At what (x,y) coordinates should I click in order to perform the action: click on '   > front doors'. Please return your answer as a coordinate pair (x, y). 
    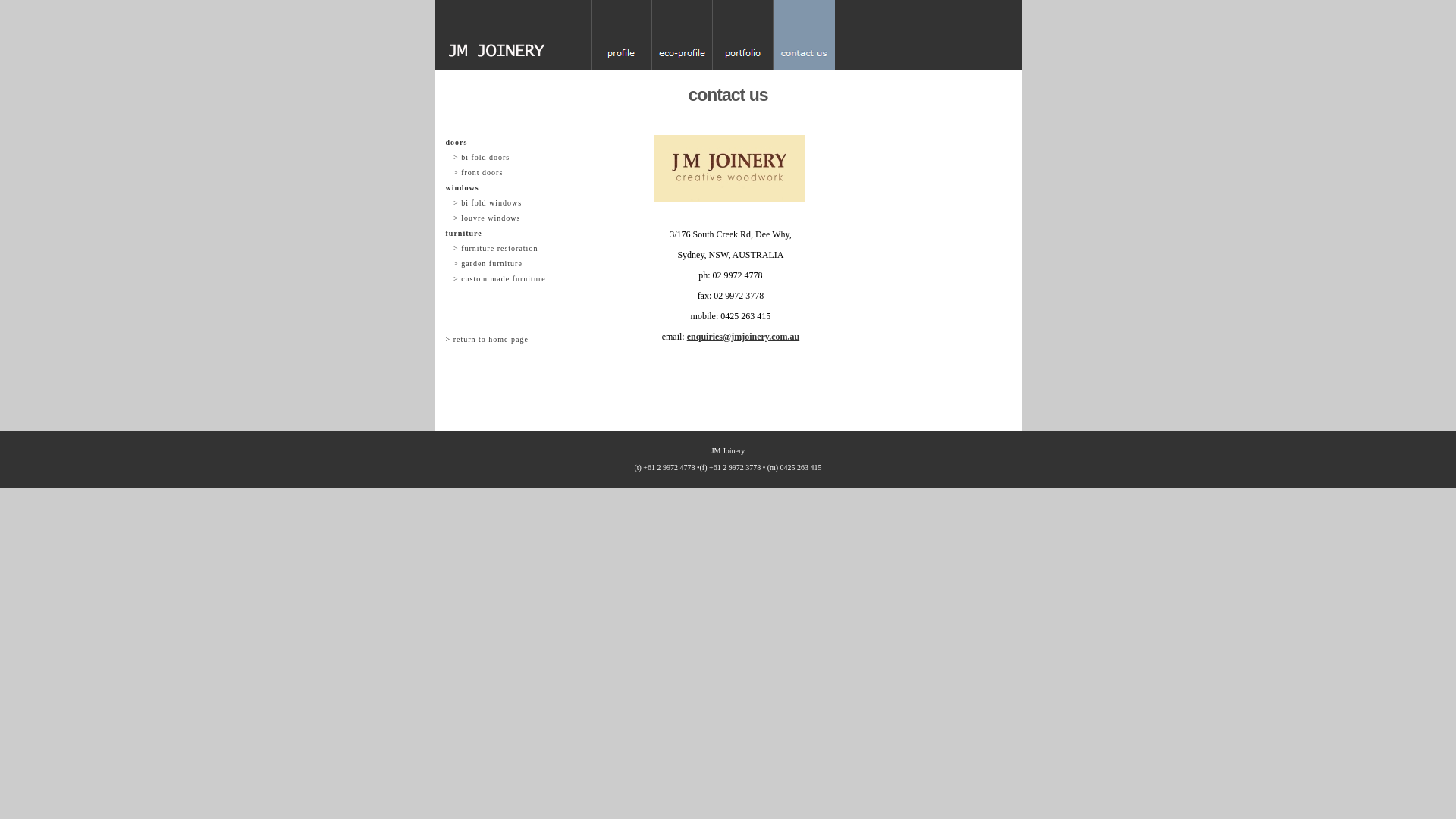
    Looking at the image, I should click on (506, 171).